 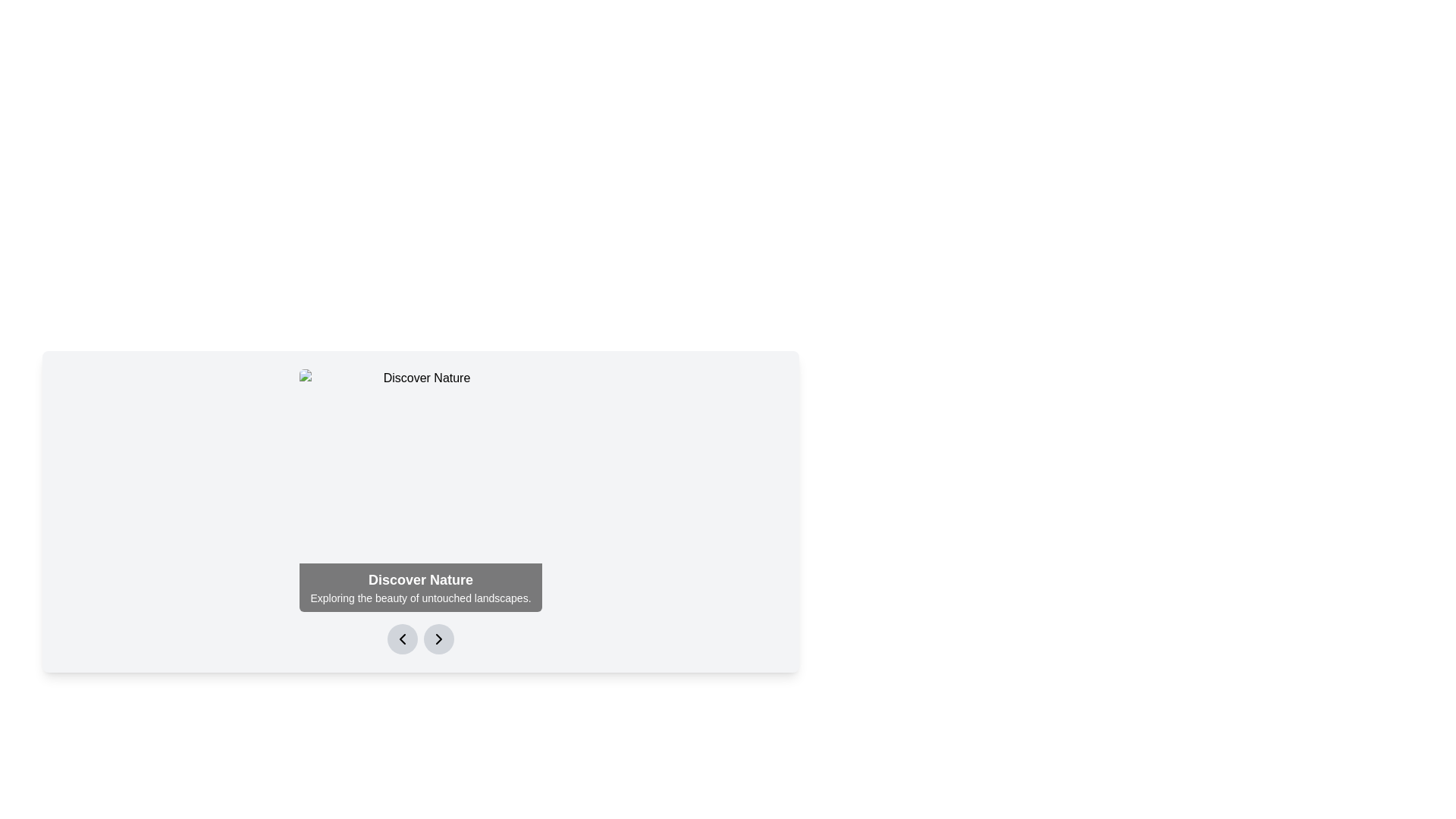 I want to click on the right-pointing chevron arrow icon within the circular button at the bottom of the interface to activate any hover effects, so click(x=438, y=639).